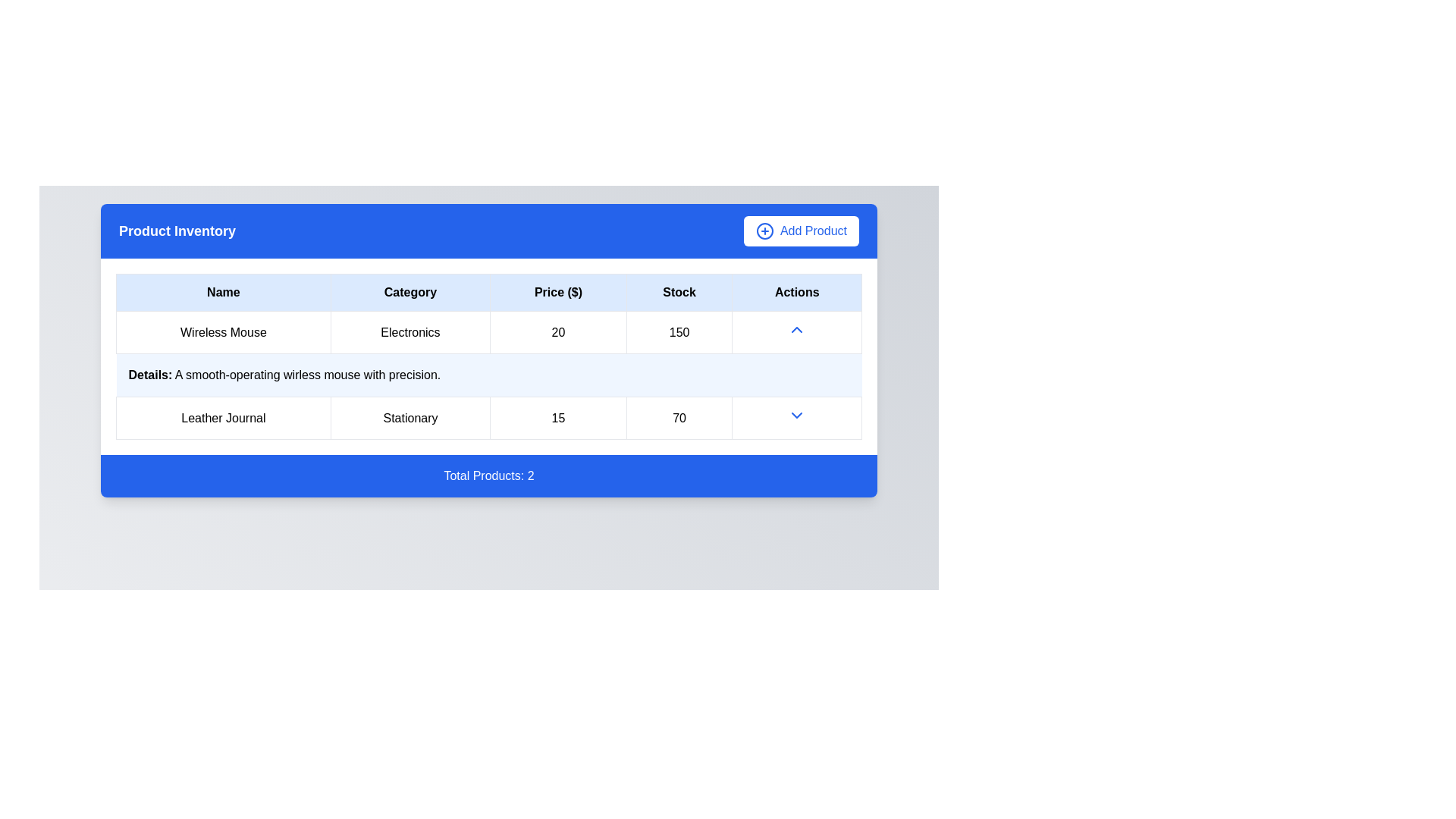  I want to click on the second column header in the table that indicates product categories, located between 'Name' and 'Price ($)', so click(410, 292).